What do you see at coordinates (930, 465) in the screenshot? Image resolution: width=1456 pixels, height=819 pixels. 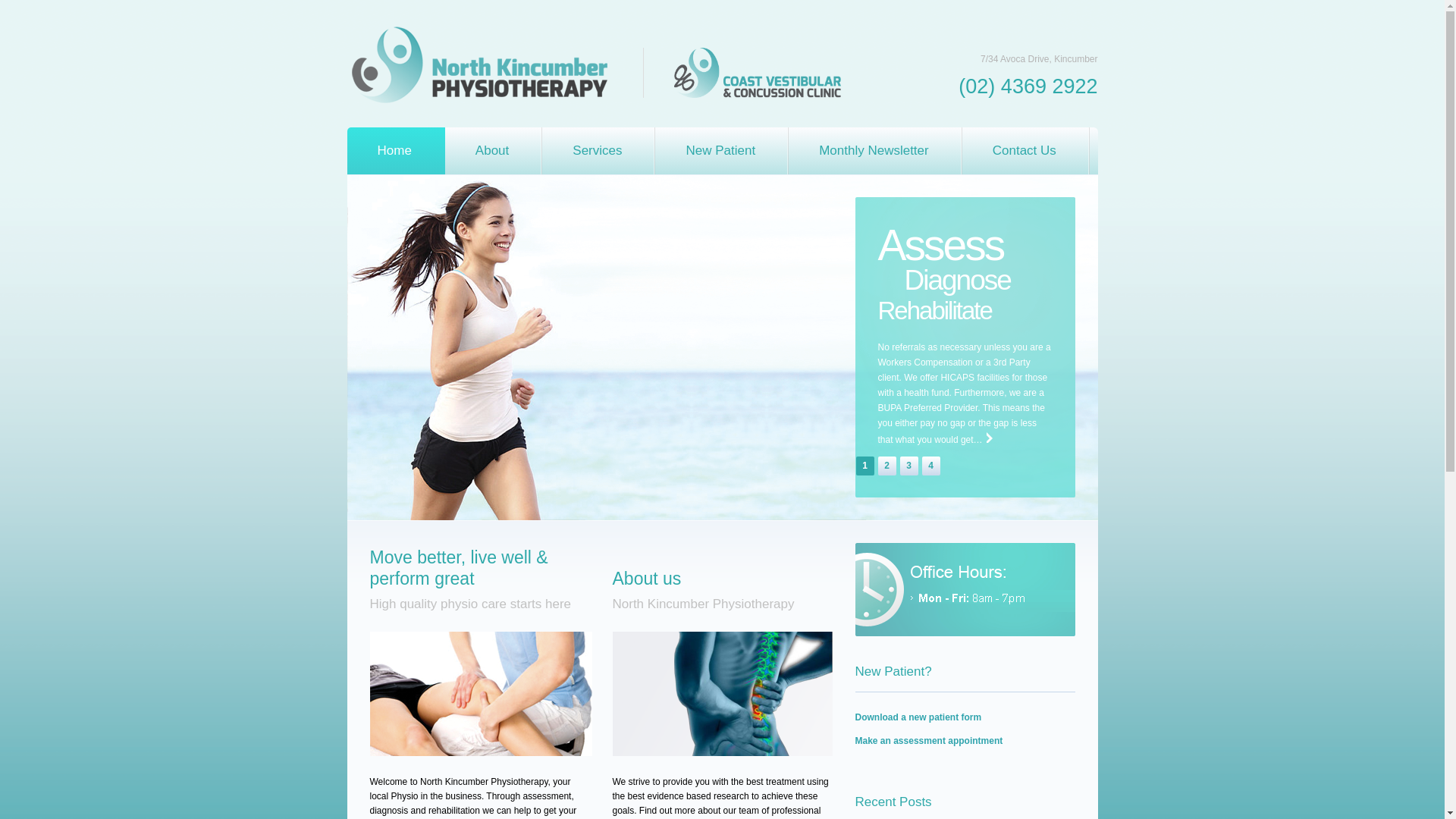 I see `'4'` at bounding box center [930, 465].